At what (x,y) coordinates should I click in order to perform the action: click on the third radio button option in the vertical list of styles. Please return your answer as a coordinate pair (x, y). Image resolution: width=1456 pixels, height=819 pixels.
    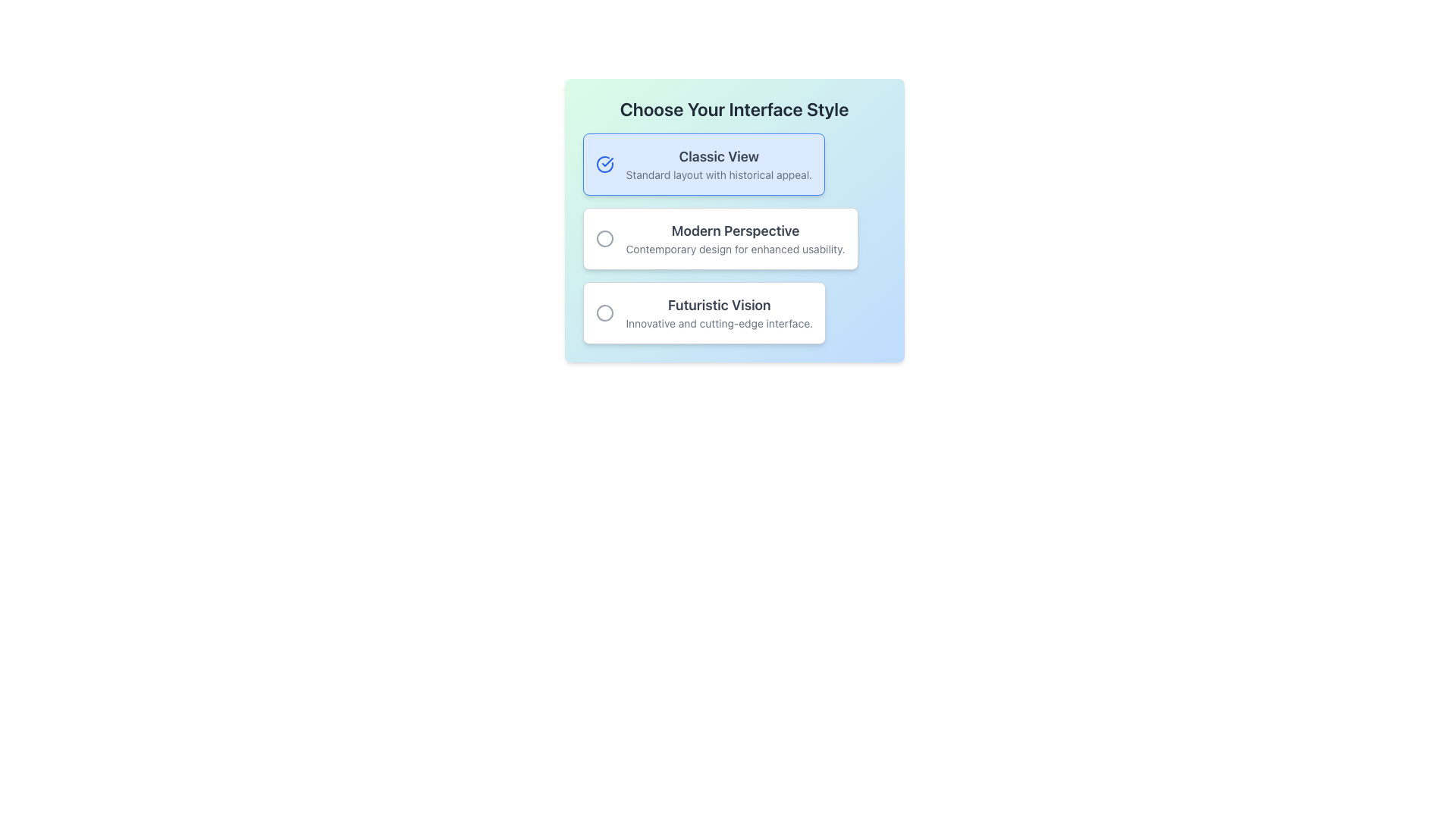
    Looking at the image, I should click on (703, 312).